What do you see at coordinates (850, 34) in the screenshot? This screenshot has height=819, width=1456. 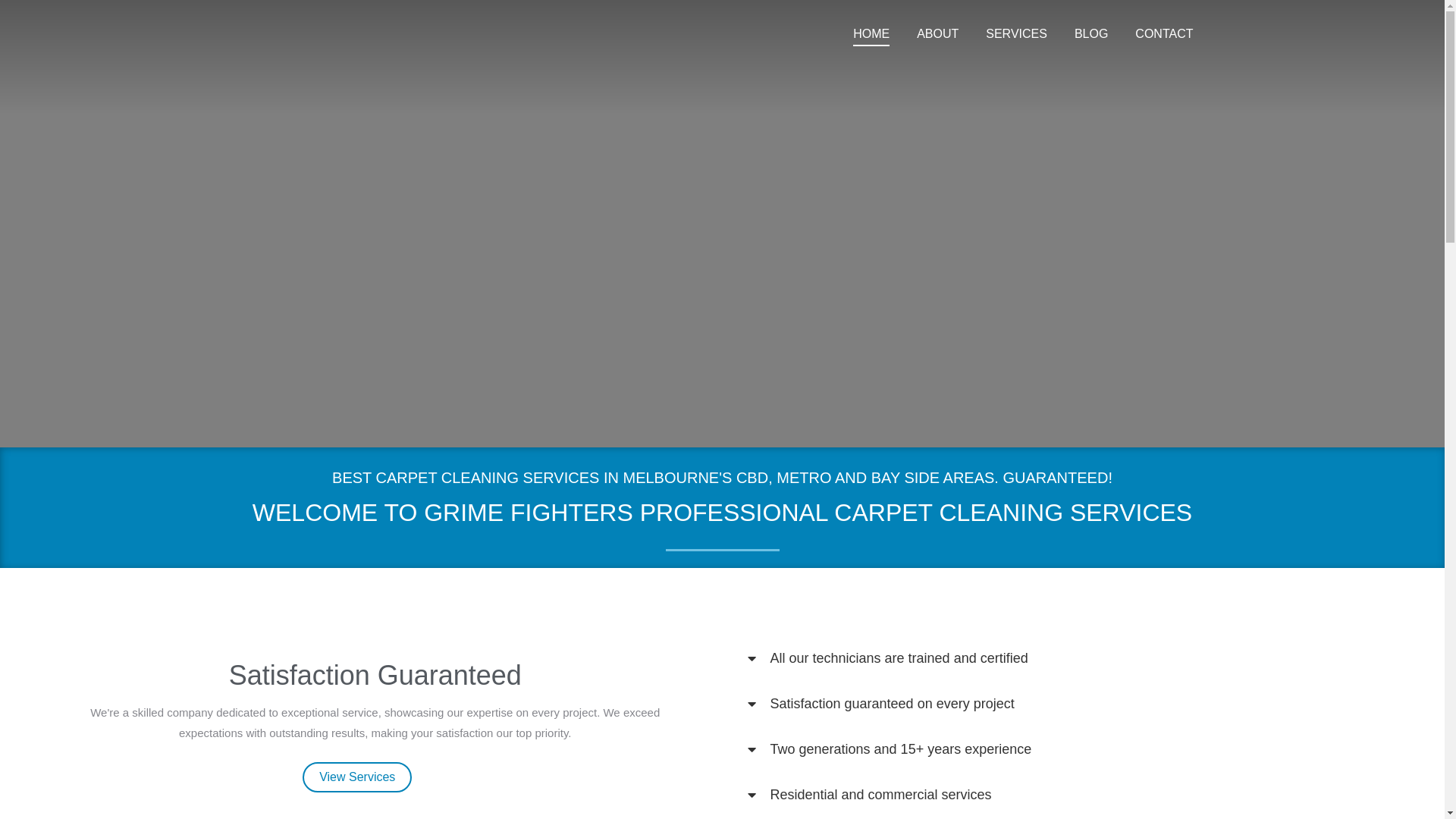 I see `'HOME'` at bounding box center [850, 34].